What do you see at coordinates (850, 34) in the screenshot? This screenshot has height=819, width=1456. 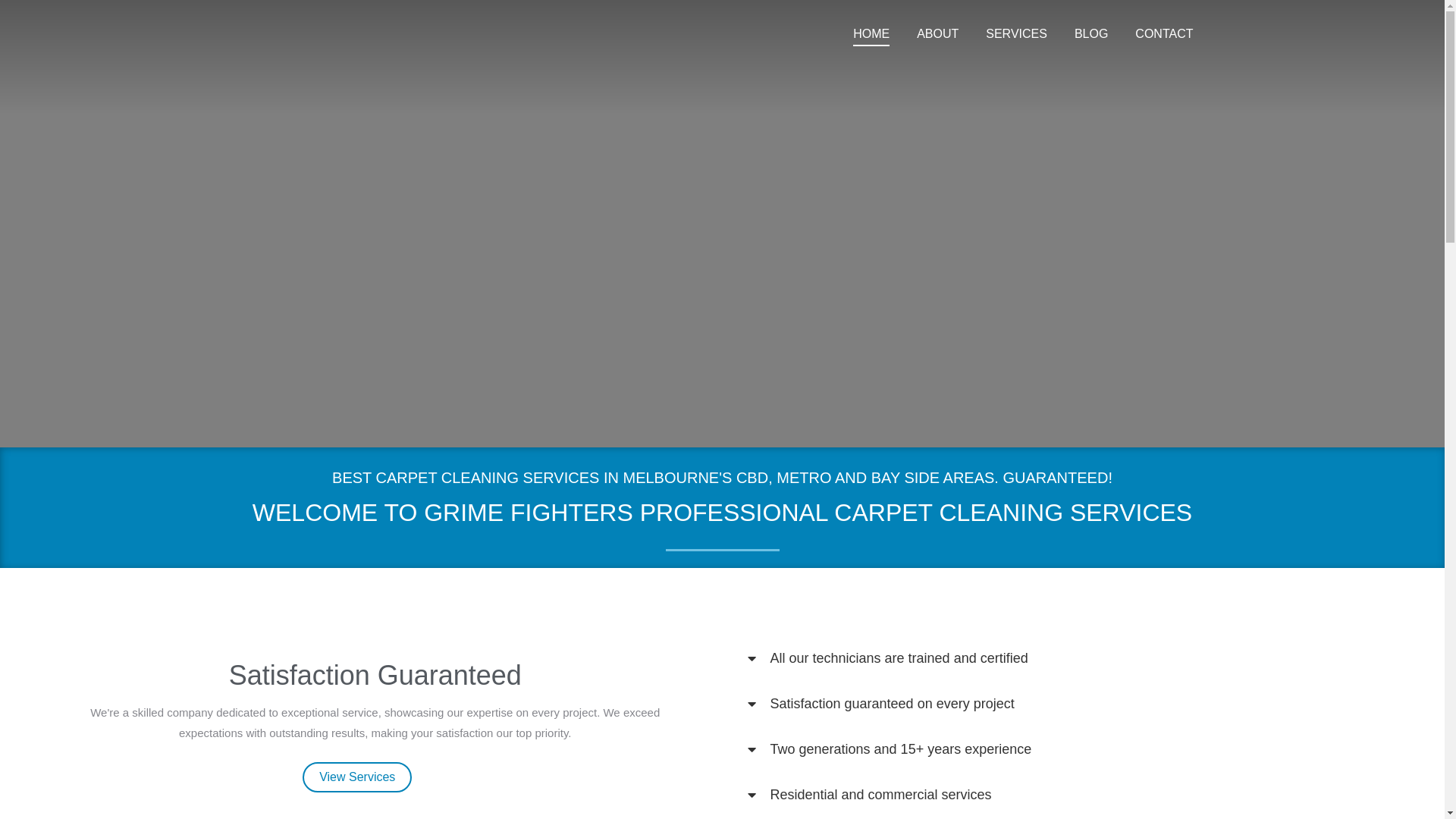 I see `'HOME'` at bounding box center [850, 34].